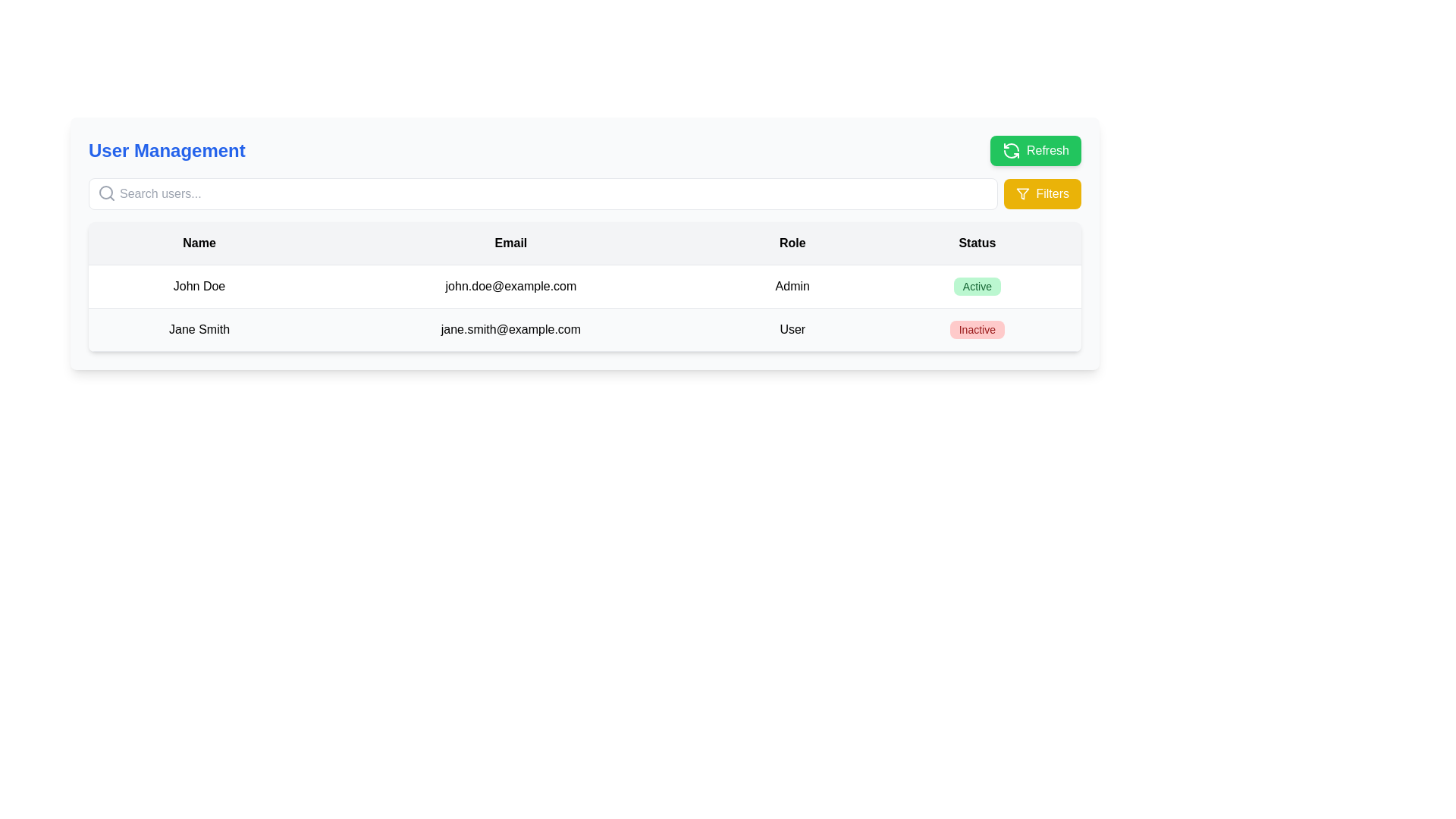 The width and height of the screenshot is (1456, 819). I want to click on the filter icon located at the top-right corner of the interface, so click(1022, 193).